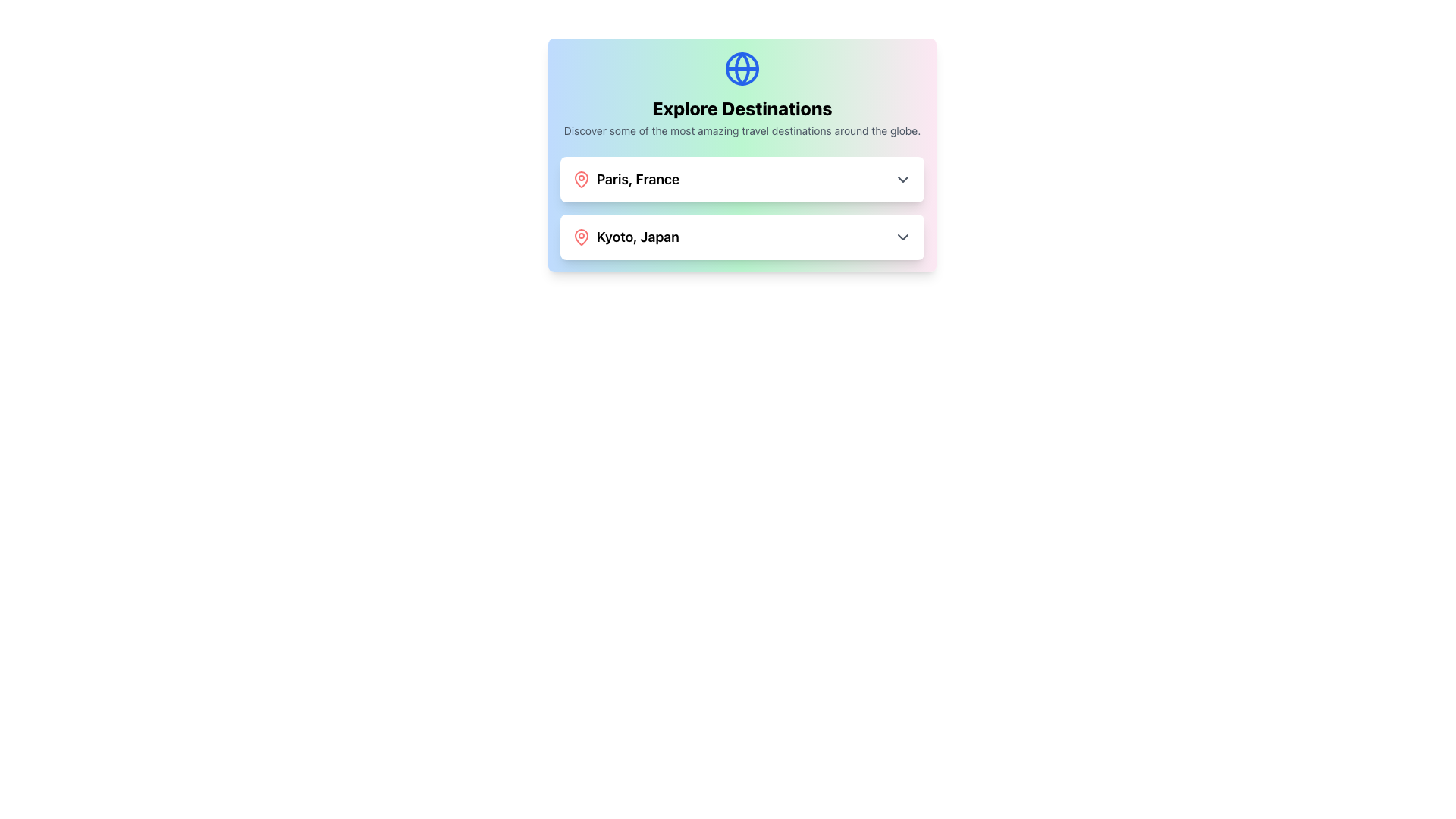  I want to click on the geographical location marker icon that visually represents 'Kyoto, Japan', located to the left of the text, so click(581, 237).